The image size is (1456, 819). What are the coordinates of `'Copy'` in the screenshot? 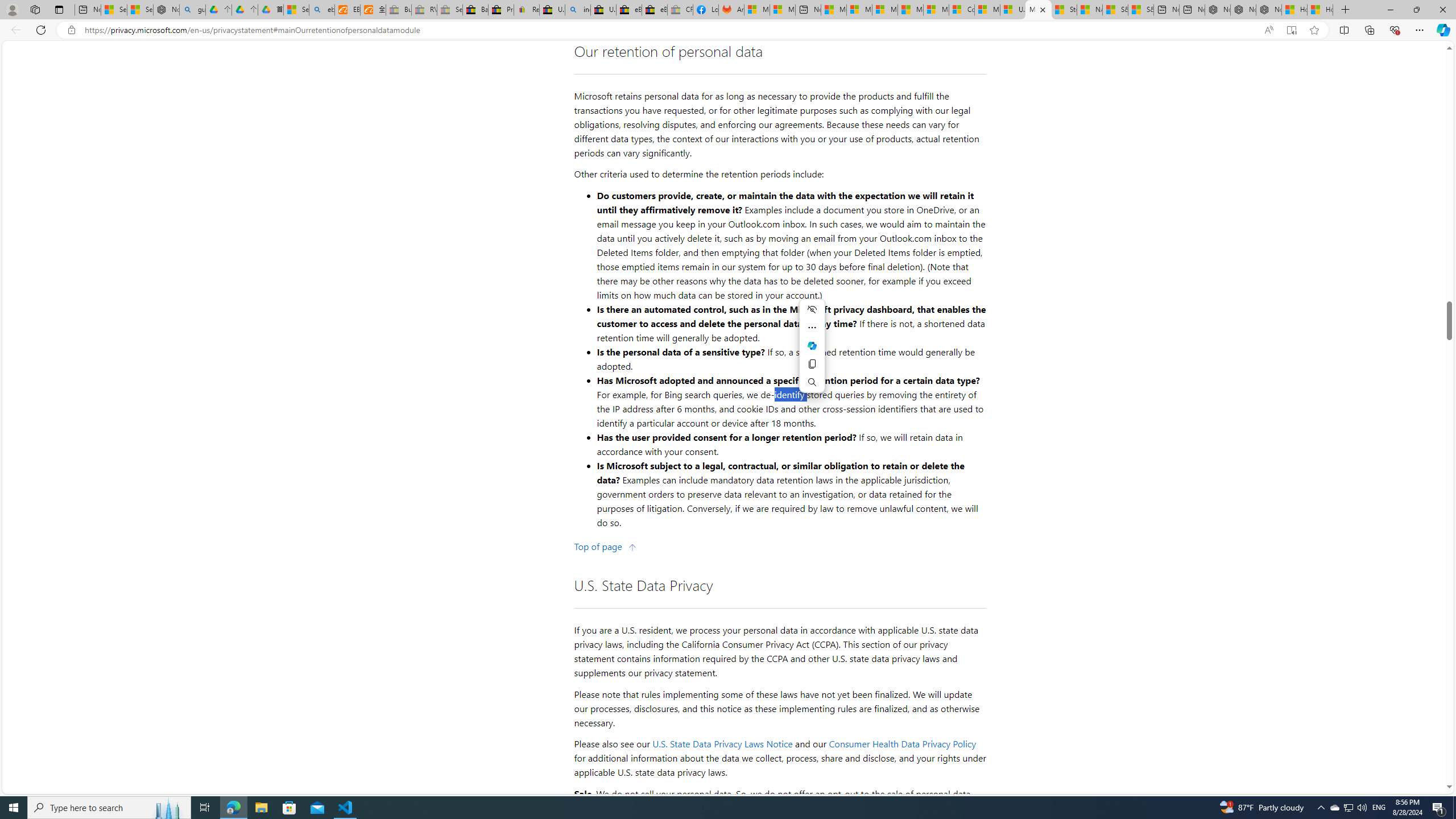 It's located at (811, 363).